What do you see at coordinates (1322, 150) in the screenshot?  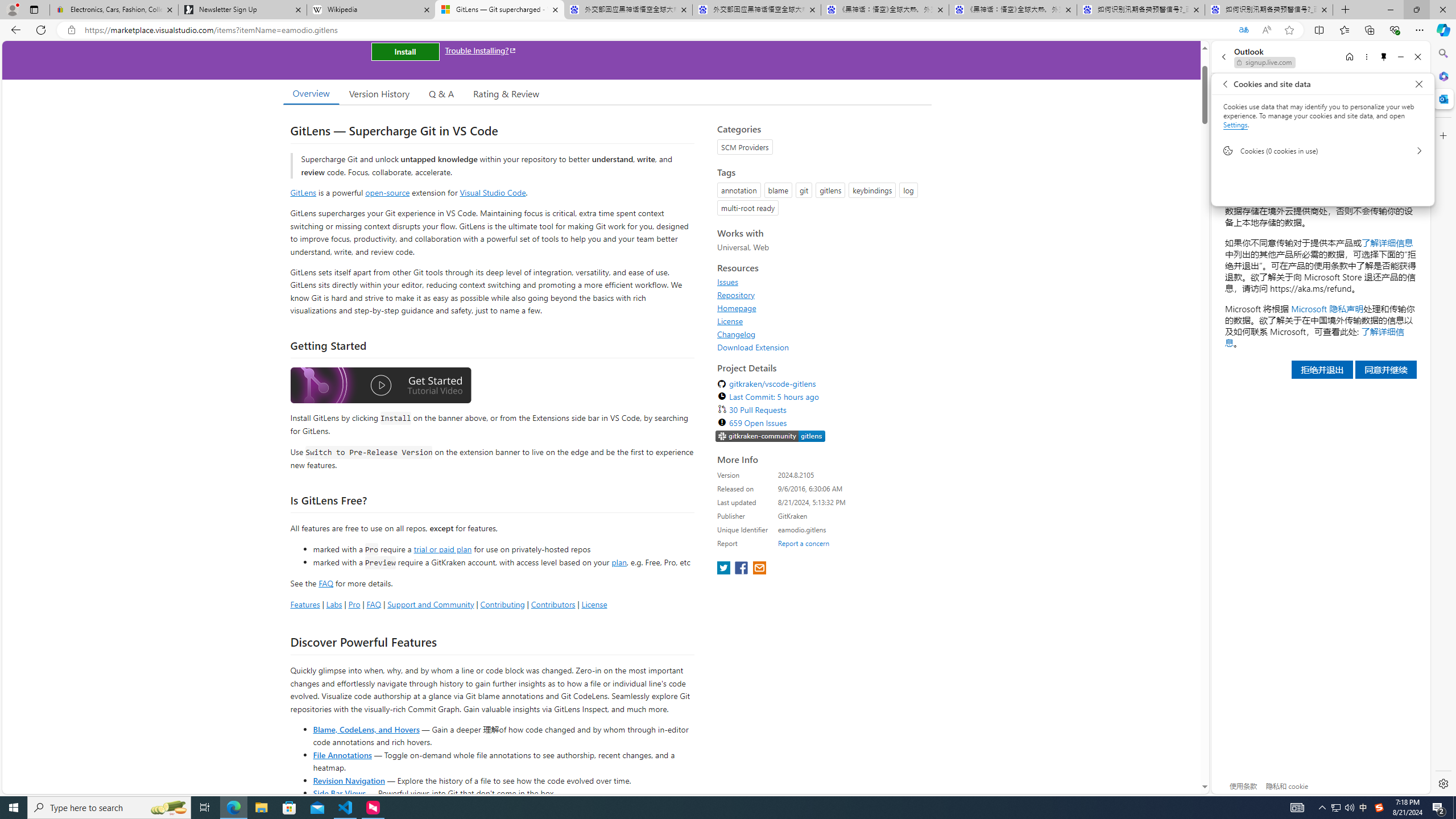 I see `'Cookies (0 cookies in use)'` at bounding box center [1322, 150].